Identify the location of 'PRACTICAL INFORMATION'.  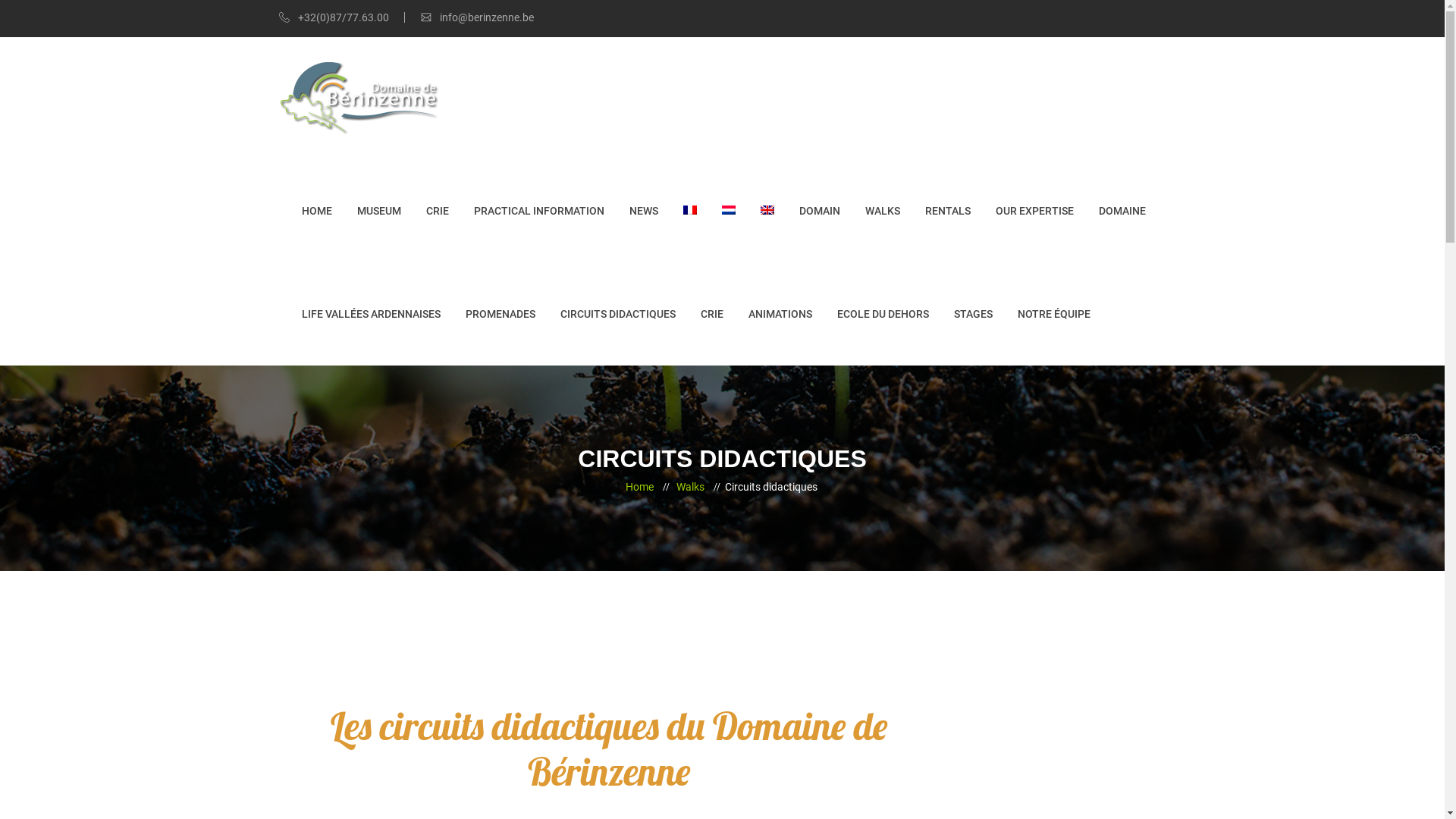
(472, 210).